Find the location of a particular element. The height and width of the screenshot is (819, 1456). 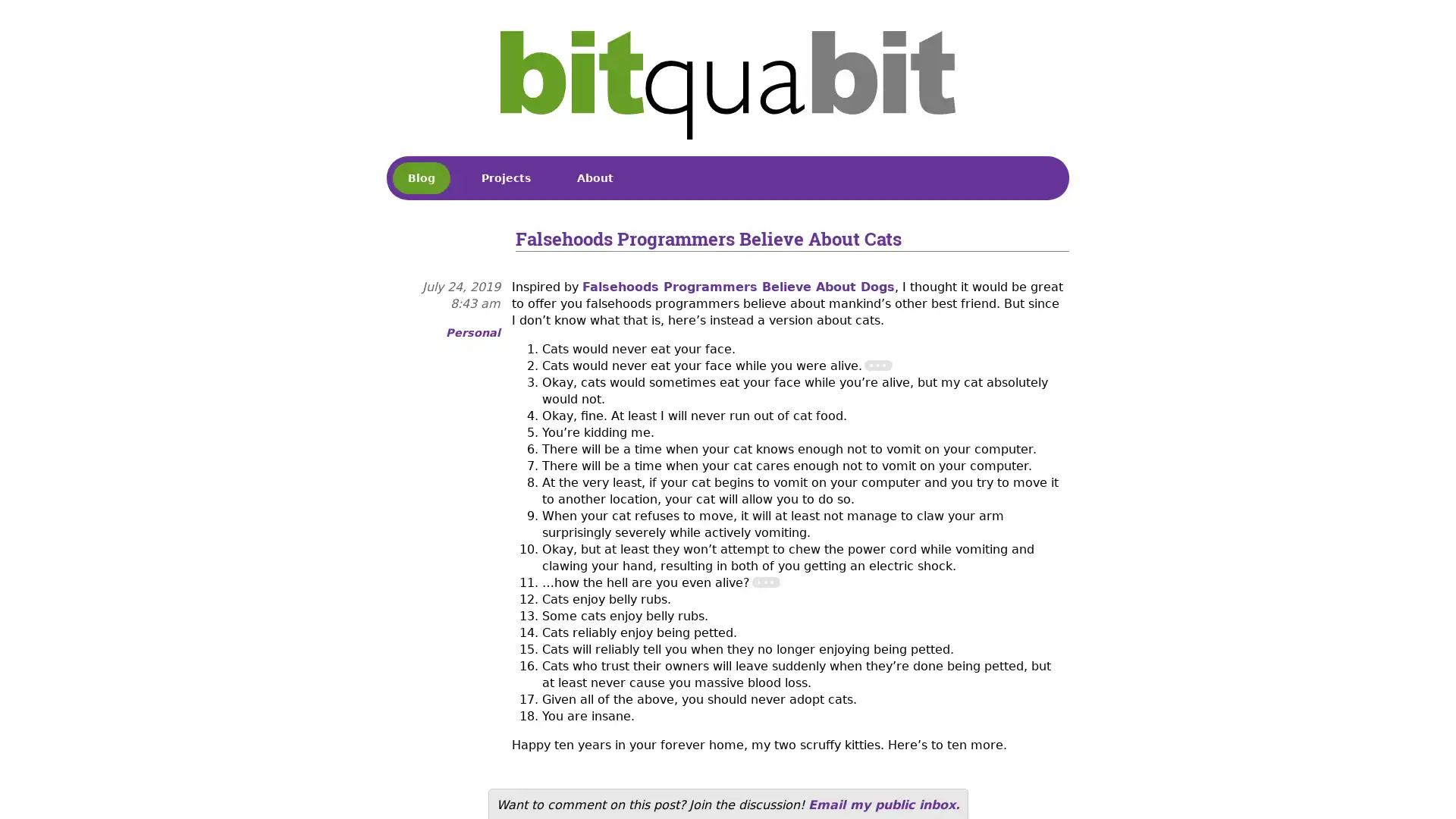

Footnote 1 is located at coordinates (877, 365).